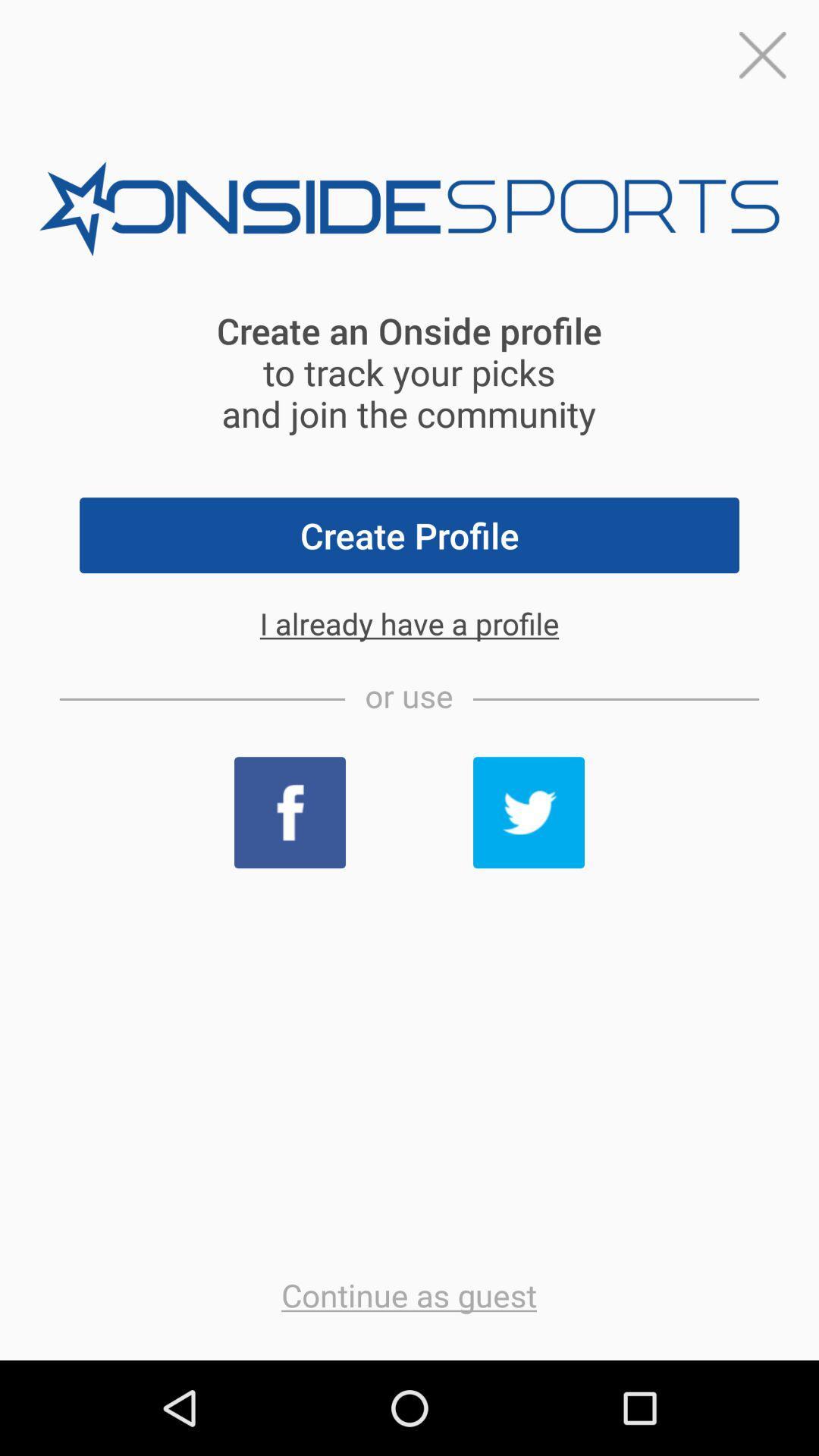 The image size is (819, 1456). Describe the element at coordinates (763, 59) in the screenshot. I see `the close icon` at that location.